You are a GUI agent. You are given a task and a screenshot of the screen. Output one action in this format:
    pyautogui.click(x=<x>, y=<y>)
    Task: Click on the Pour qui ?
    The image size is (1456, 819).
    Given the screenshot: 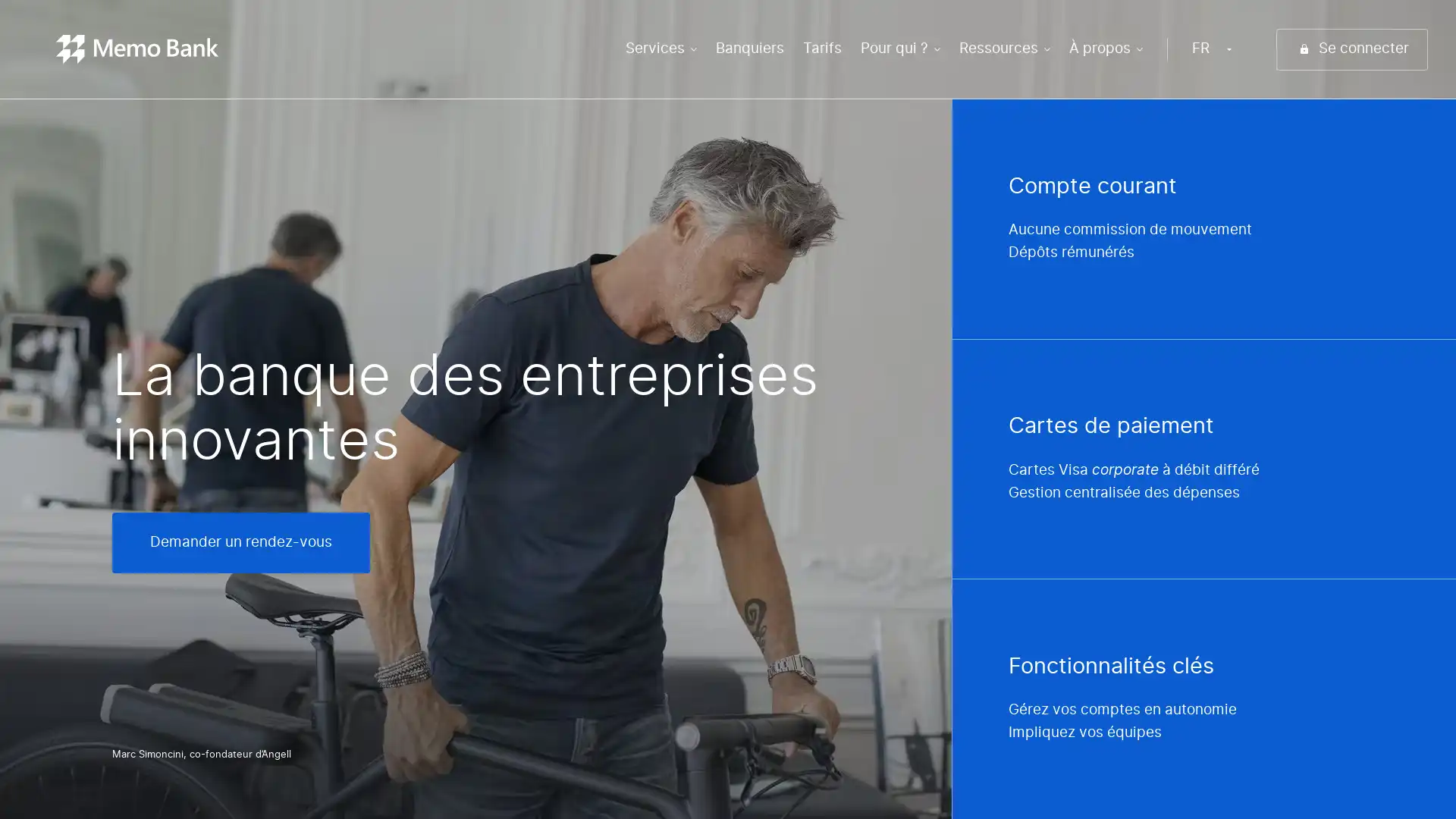 What is the action you would take?
    pyautogui.click(x=900, y=49)
    